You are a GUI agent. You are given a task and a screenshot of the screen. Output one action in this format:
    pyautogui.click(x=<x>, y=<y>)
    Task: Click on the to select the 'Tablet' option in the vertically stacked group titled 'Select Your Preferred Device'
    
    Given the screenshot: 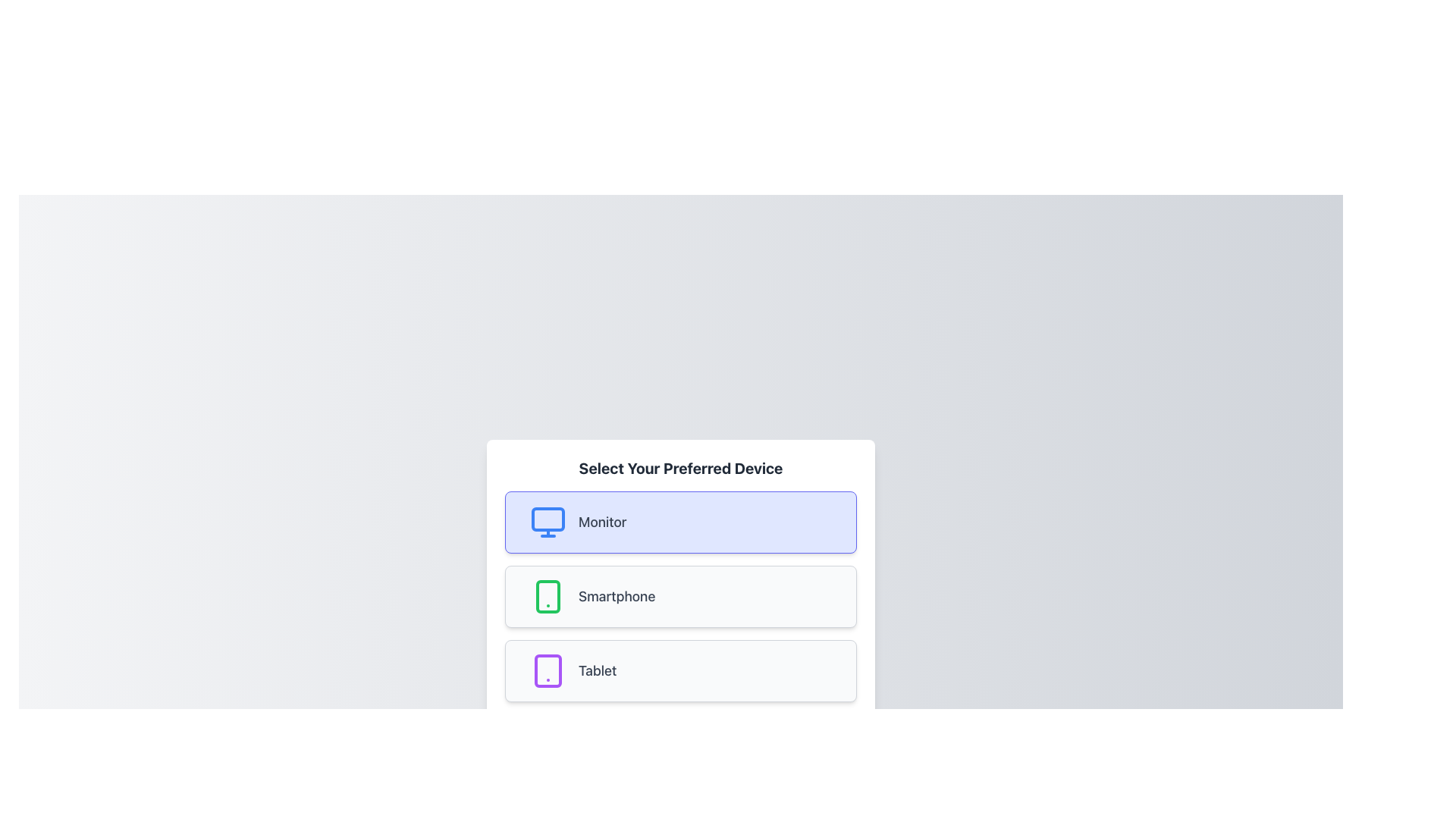 What is the action you would take?
    pyautogui.click(x=679, y=670)
    